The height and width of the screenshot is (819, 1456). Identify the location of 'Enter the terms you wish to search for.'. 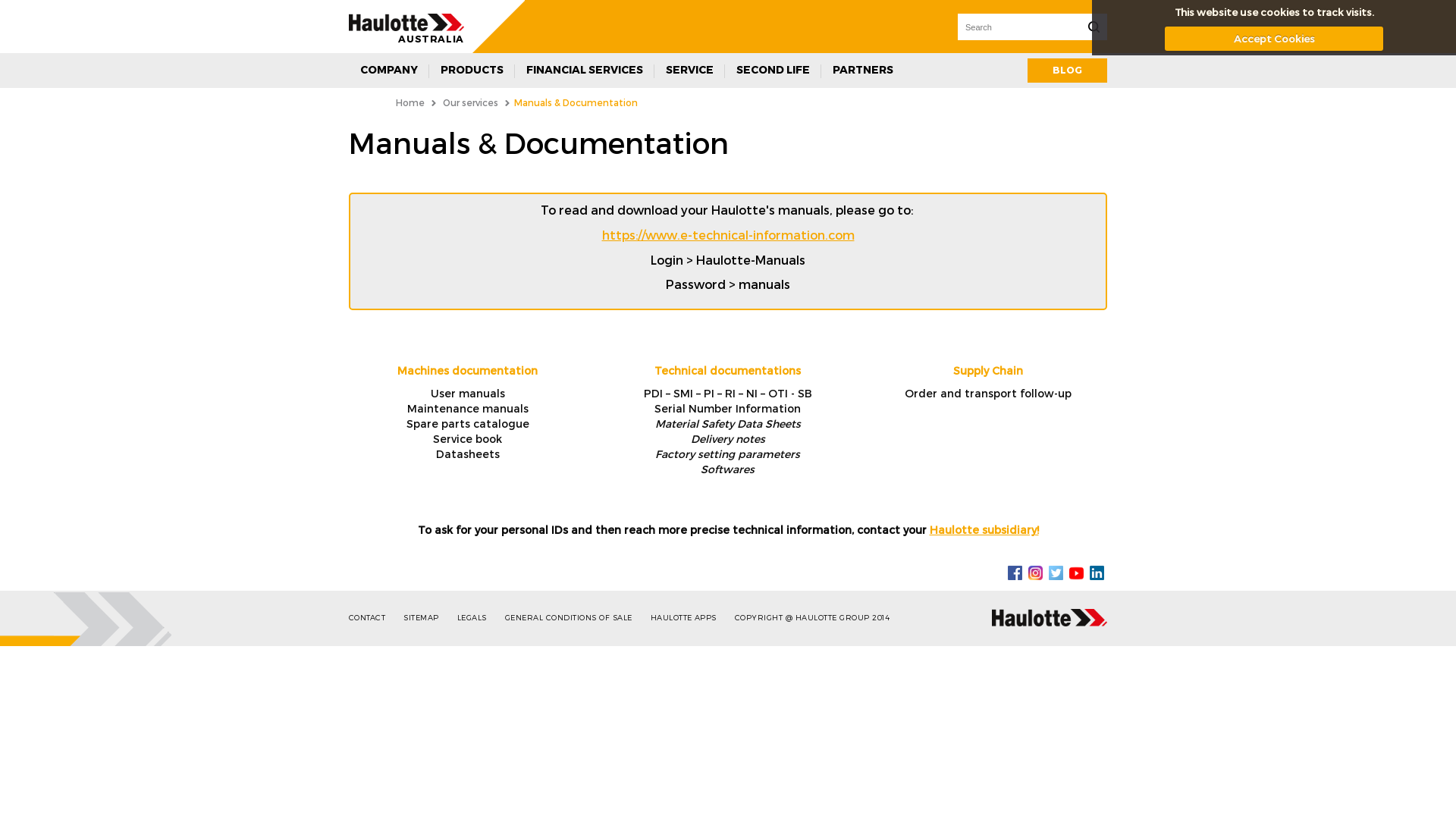
(1018, 27).